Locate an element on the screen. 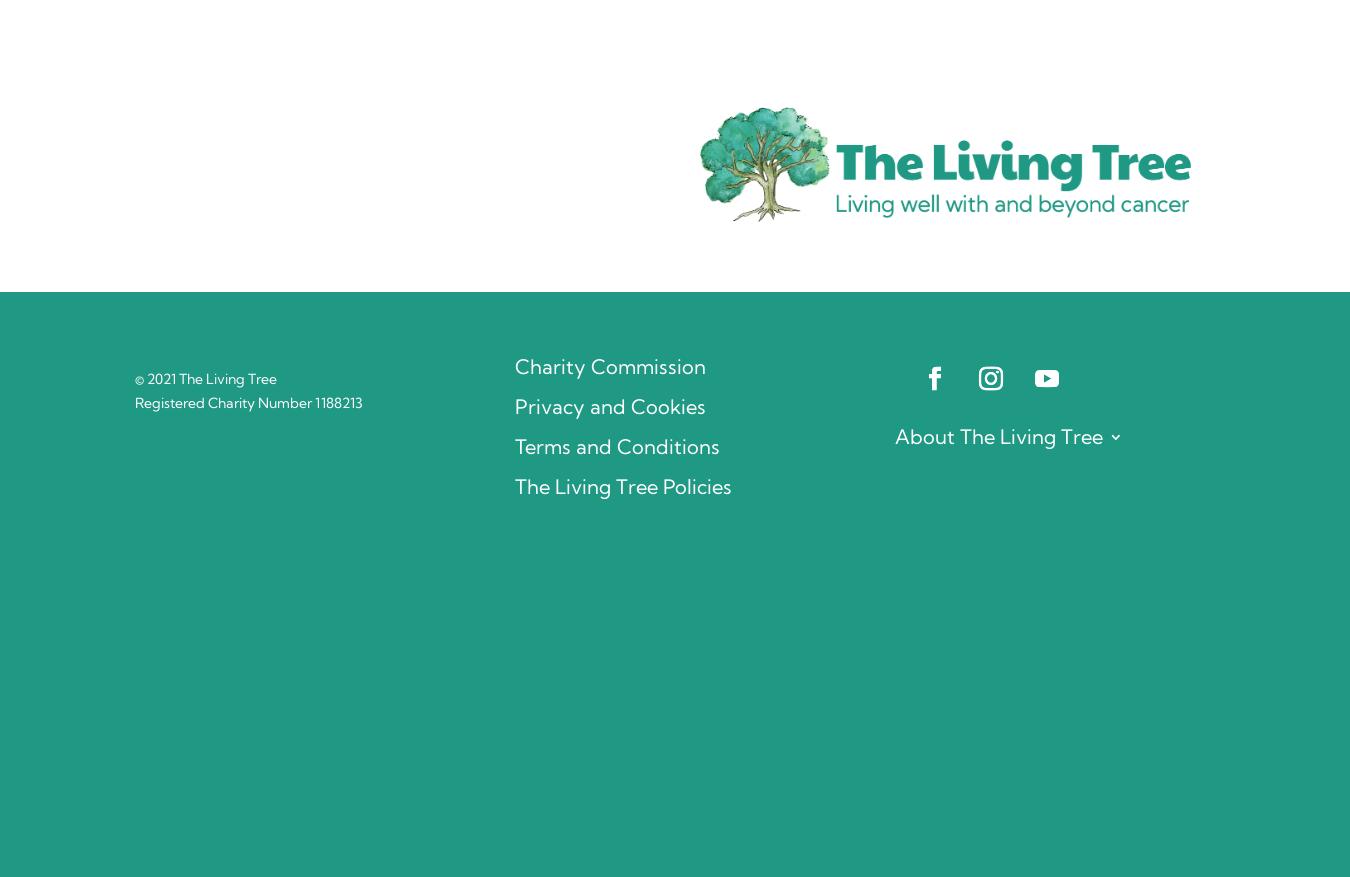 This screenshot has width=1350, height=877. 'Equality and diversity statement' is located at coordinates (981, 783).